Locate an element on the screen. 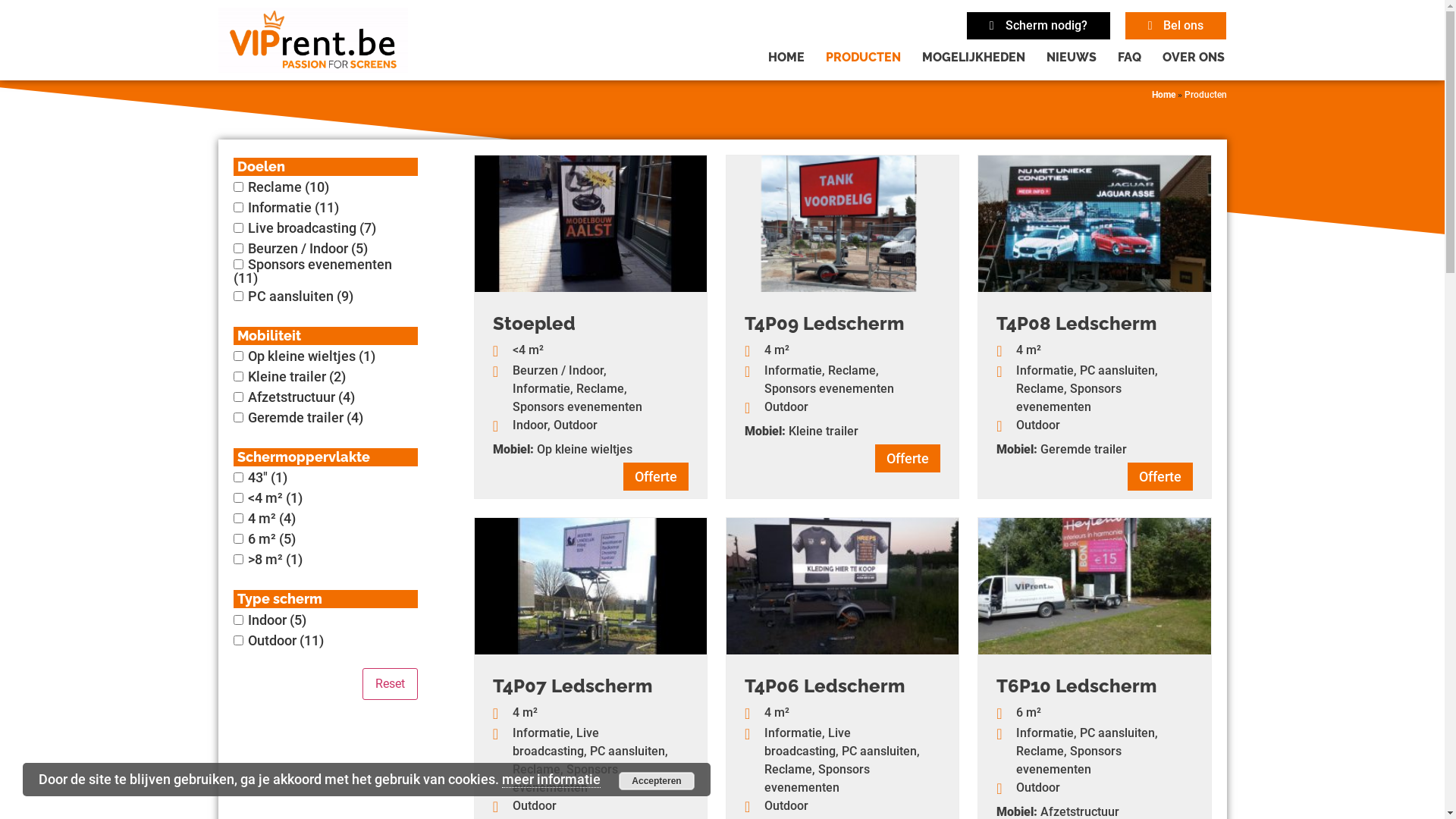 The width and height of the screenshot is (1456, 819). 'Producten' is located at coordinates (1204, 94).